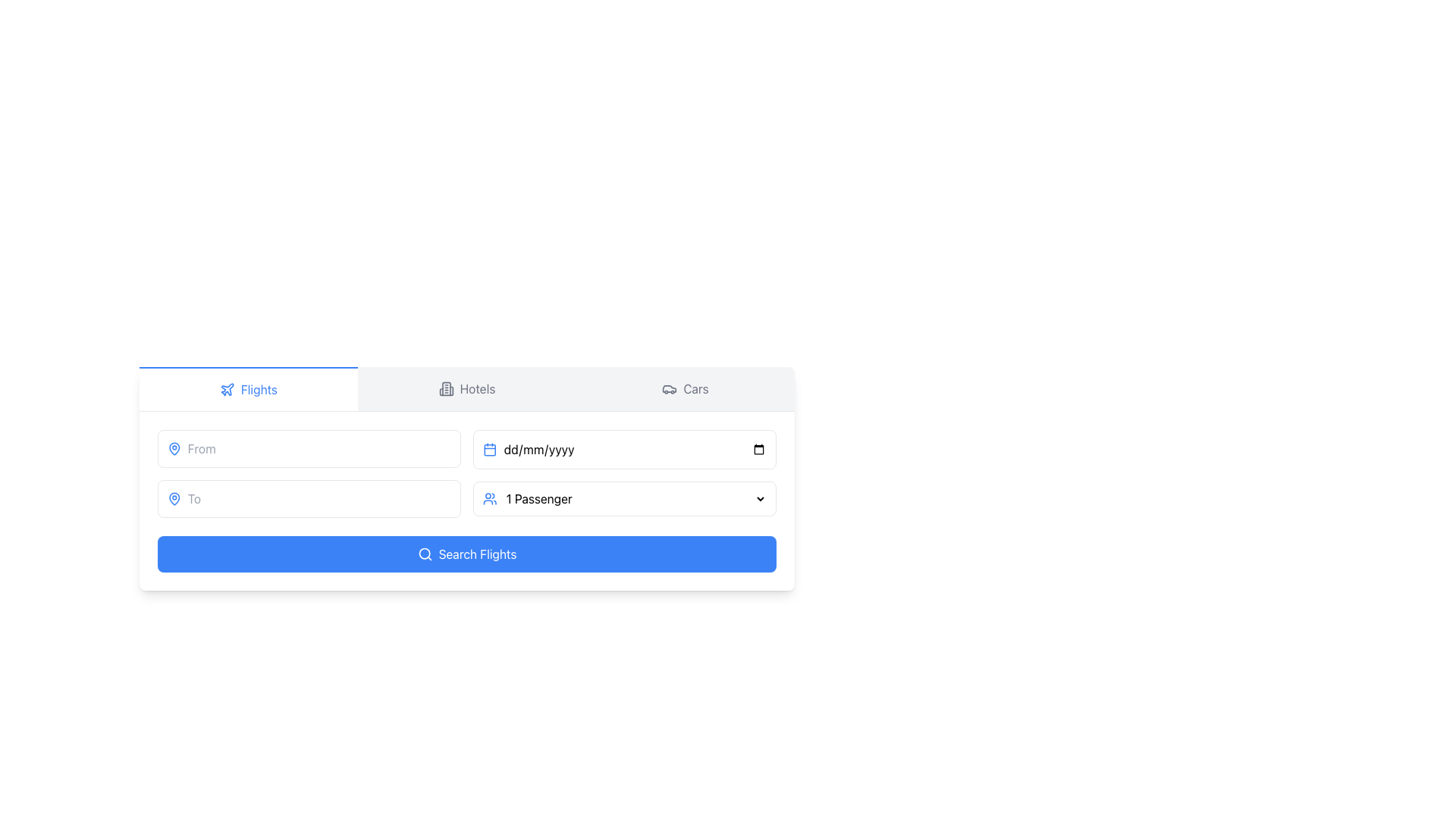 The image size is (1456, 819). I want to click on the airplane icon with a blue stroke located in the top left section of the 'Flights' tab, so click(226, 388).